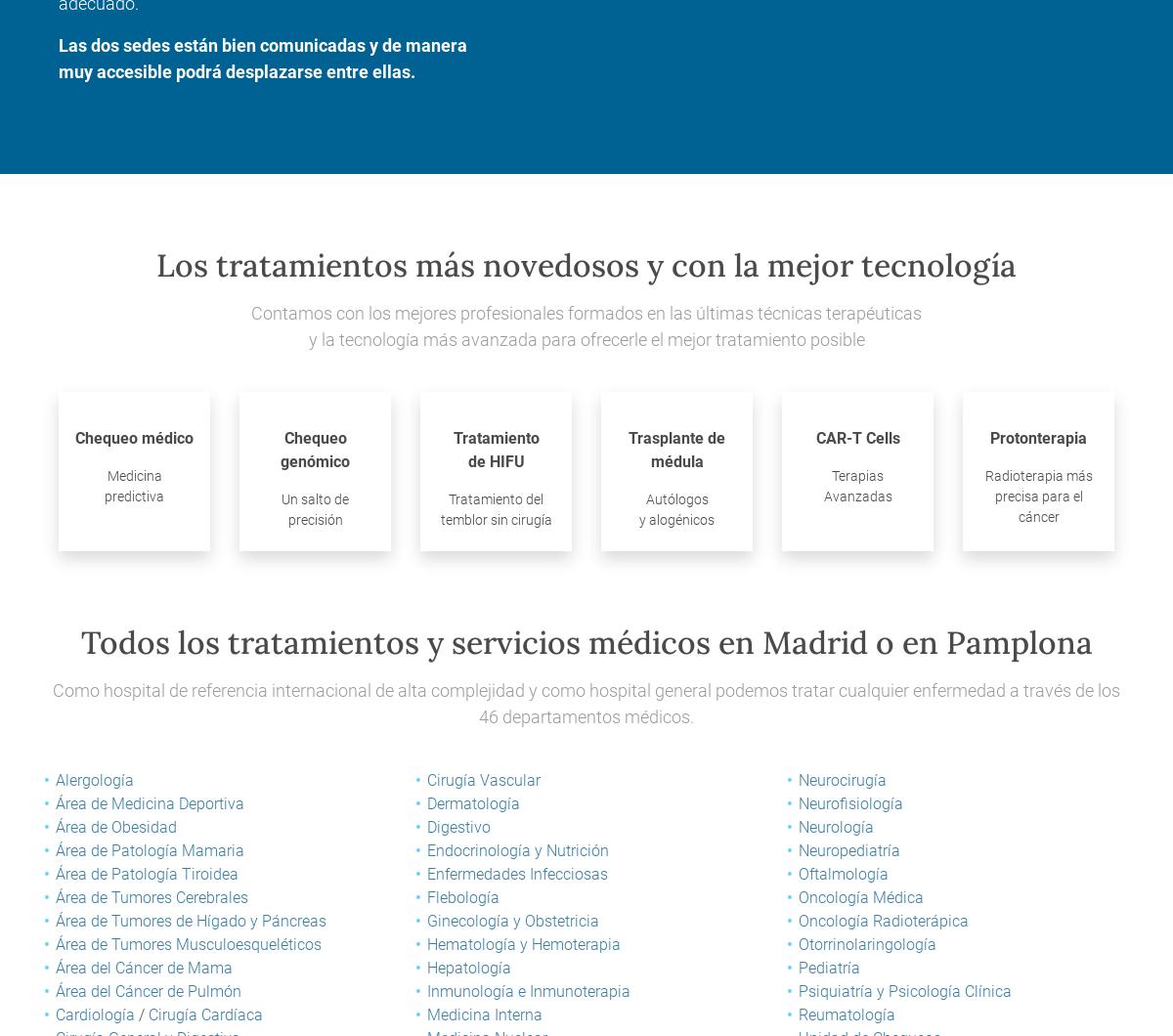 The width and height of the screenshot is (1173, 1036). I want to click on 'Autólogos', so click(676, 496).